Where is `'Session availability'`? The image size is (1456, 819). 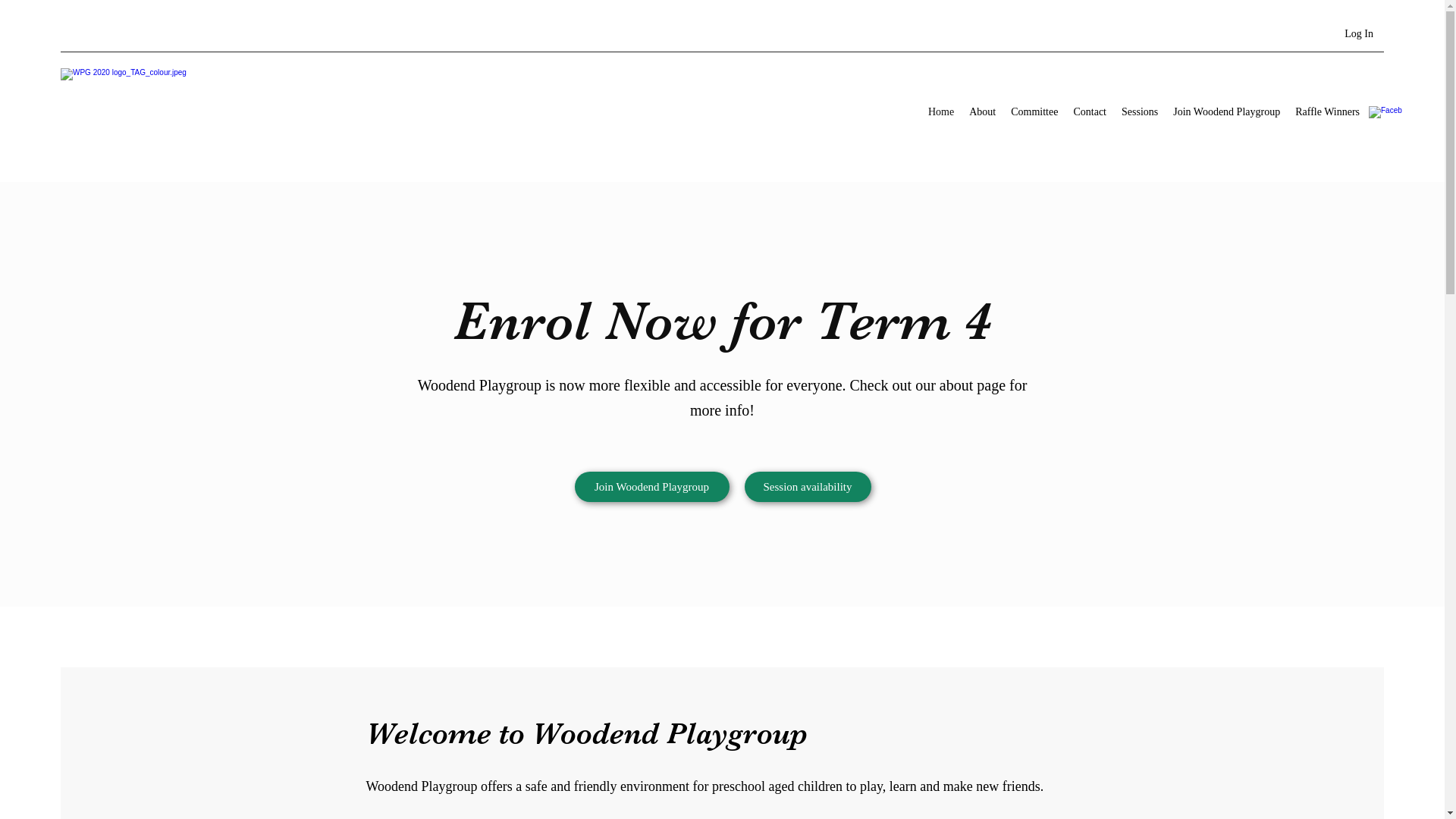 'Session availability' is located at coordinates (807, 486).